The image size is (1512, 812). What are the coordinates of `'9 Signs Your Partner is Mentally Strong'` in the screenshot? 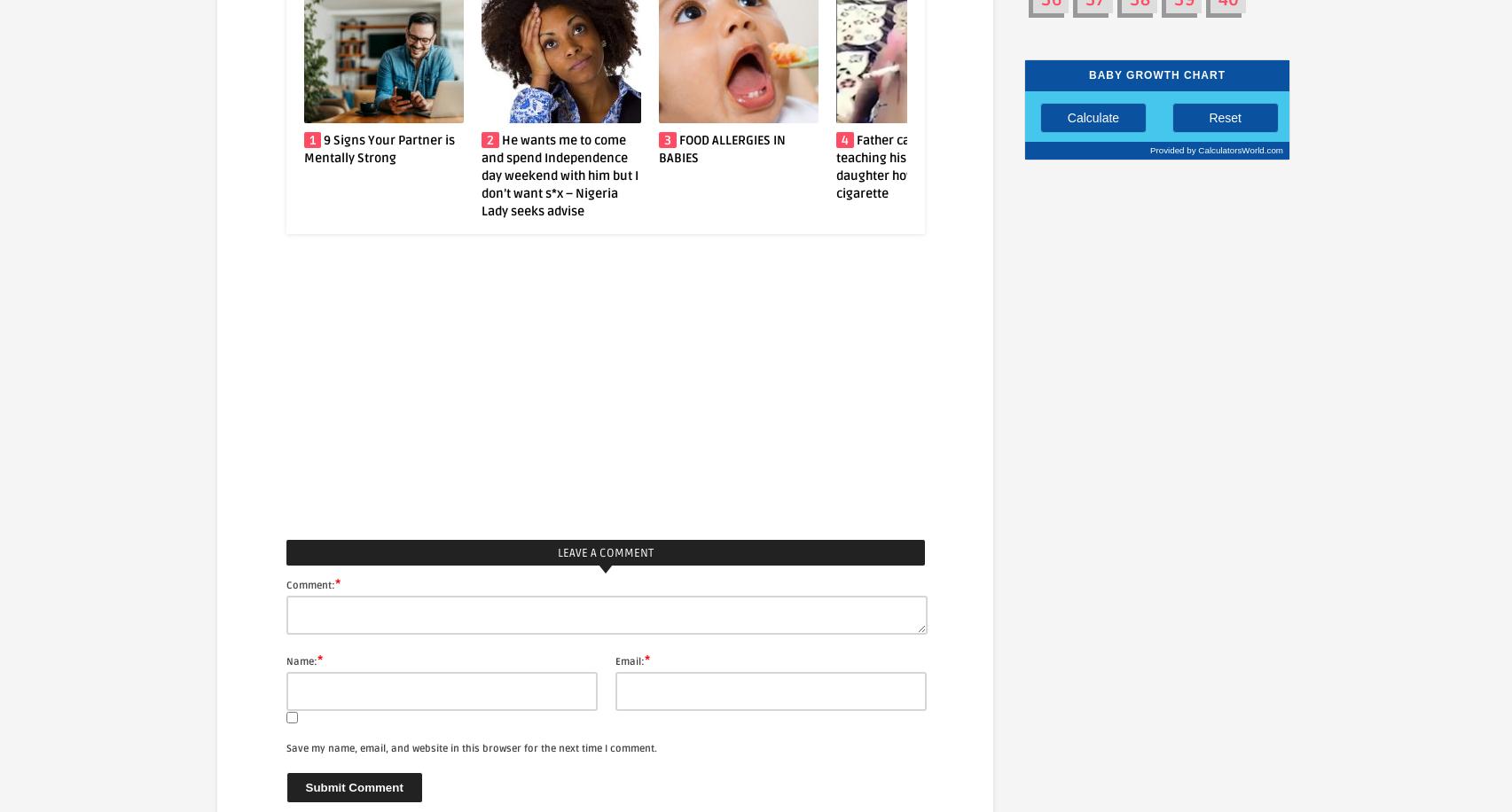 It's located at (200, 148).